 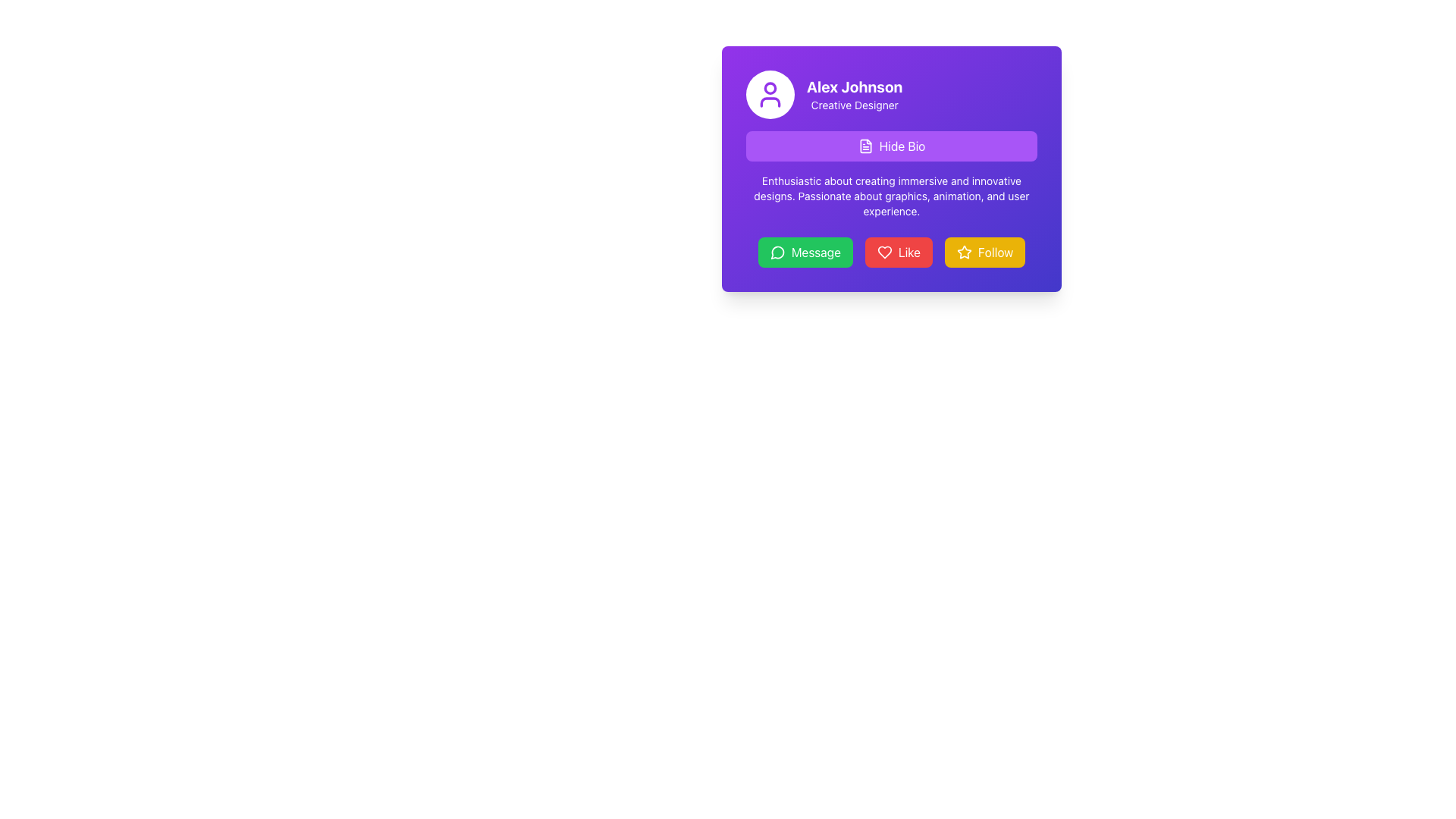 What do you see at coordinates (884, 251) in the screenshot?
I see `the heart-shaped 'like' icon within the red 'Like' button` at bounding box center [884, 251].